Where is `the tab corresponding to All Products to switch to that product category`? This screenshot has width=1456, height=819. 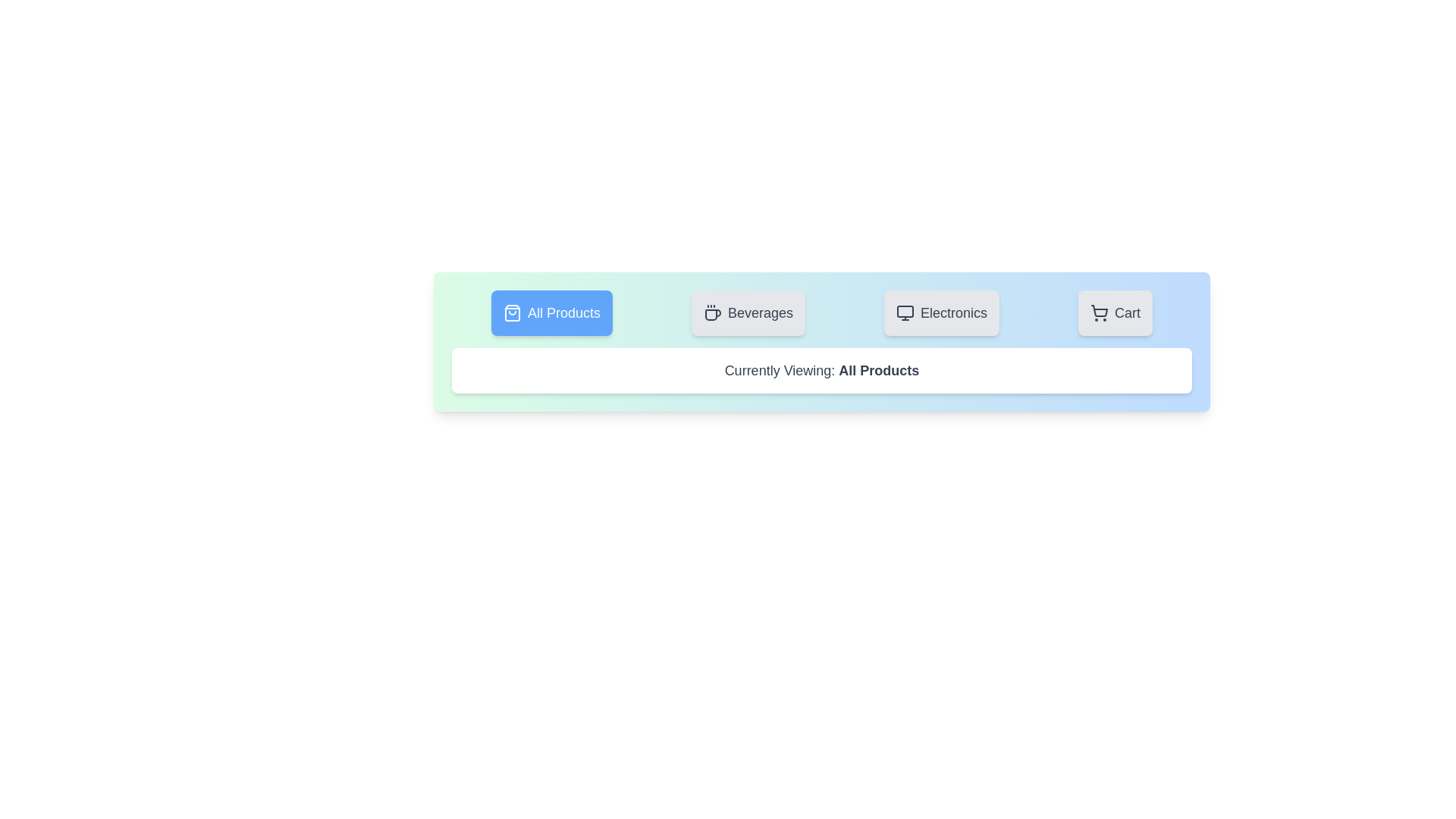
the tab corresponding to All Products to switch to that product category is located at coordinates (551, 312).